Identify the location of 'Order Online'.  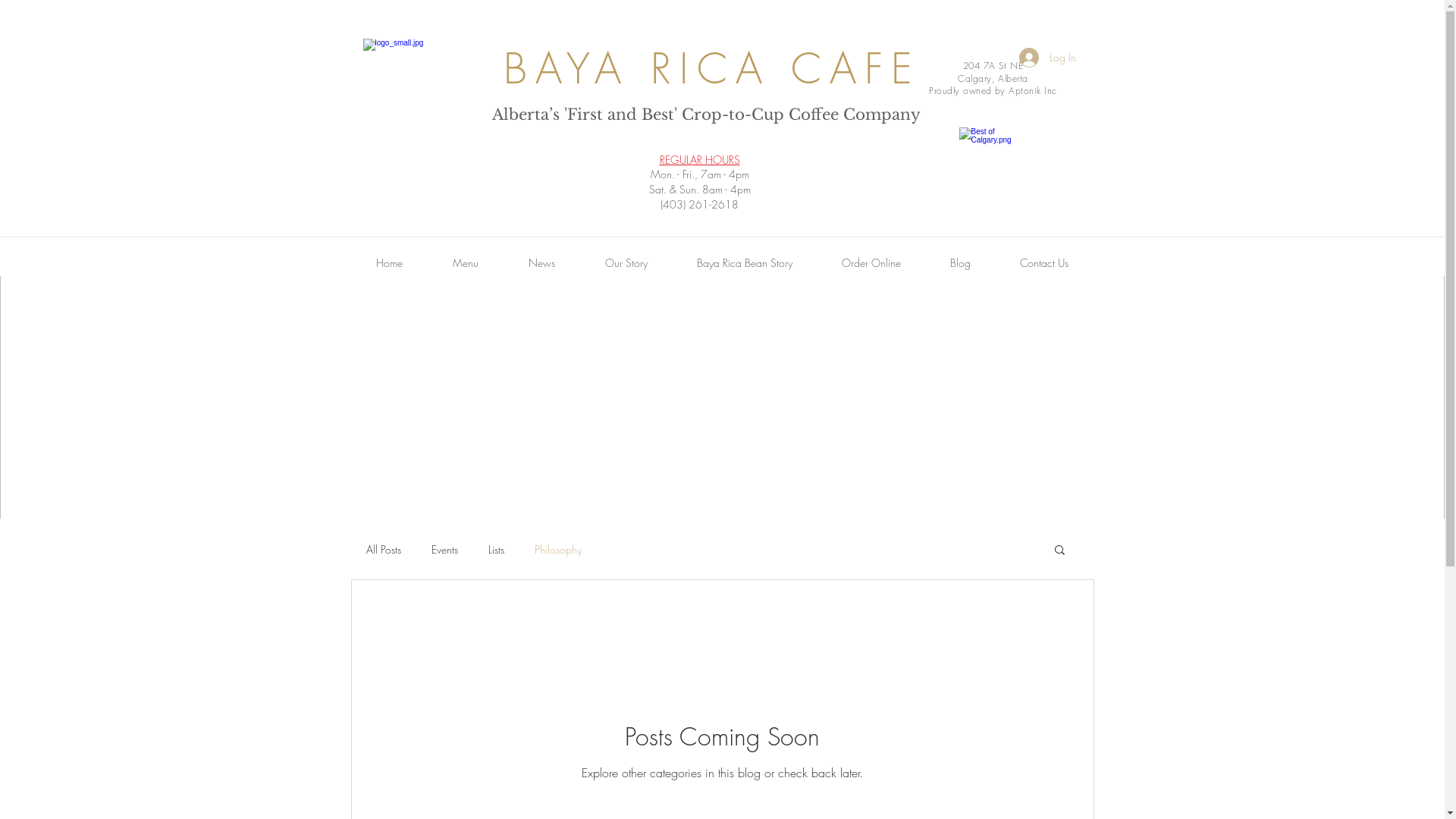
(871, 262).